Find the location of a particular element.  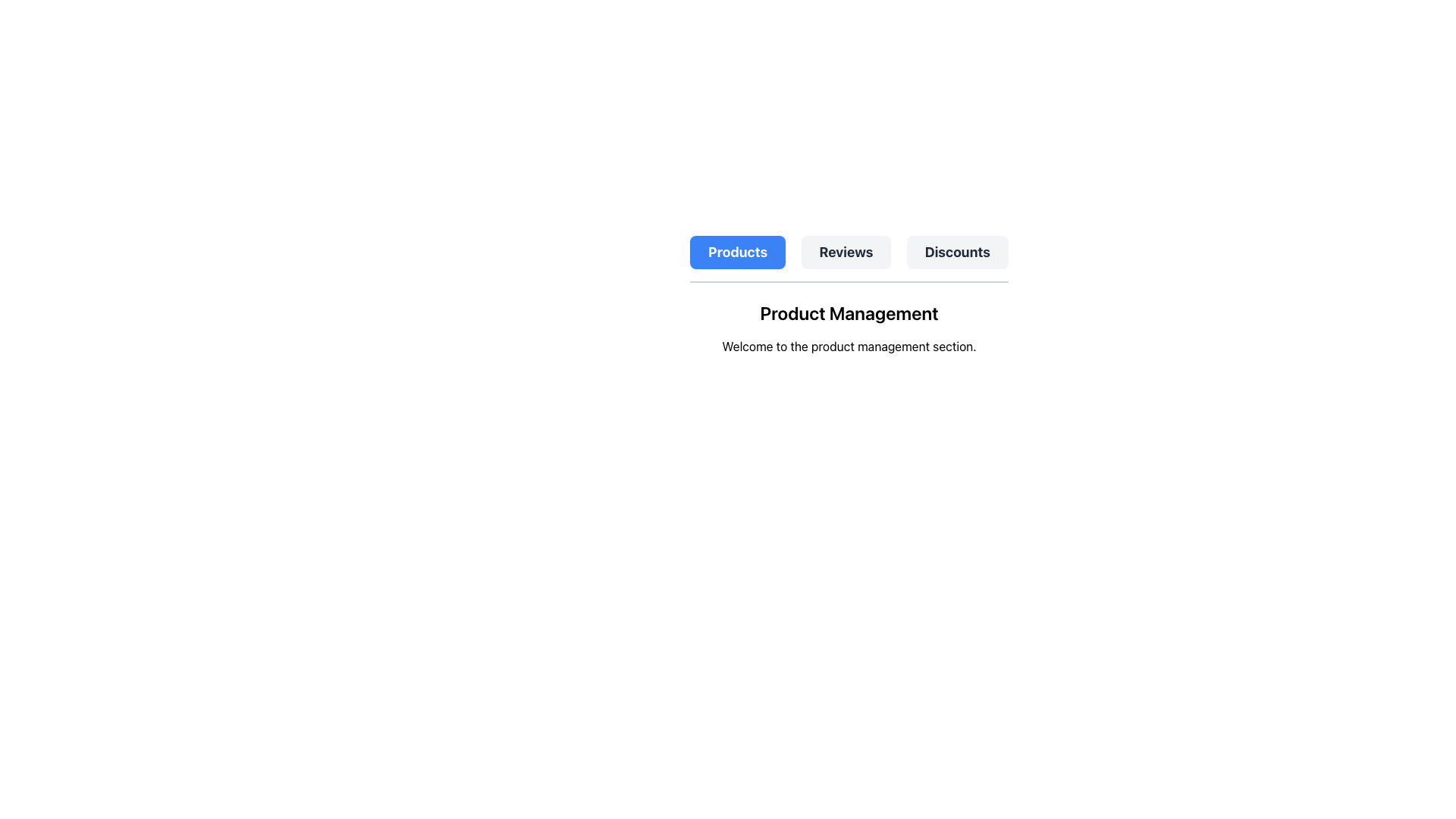

the informational text label welcoming users to the product management section, located directly below the title 'Product Management' is located at coordinates (848, 346).